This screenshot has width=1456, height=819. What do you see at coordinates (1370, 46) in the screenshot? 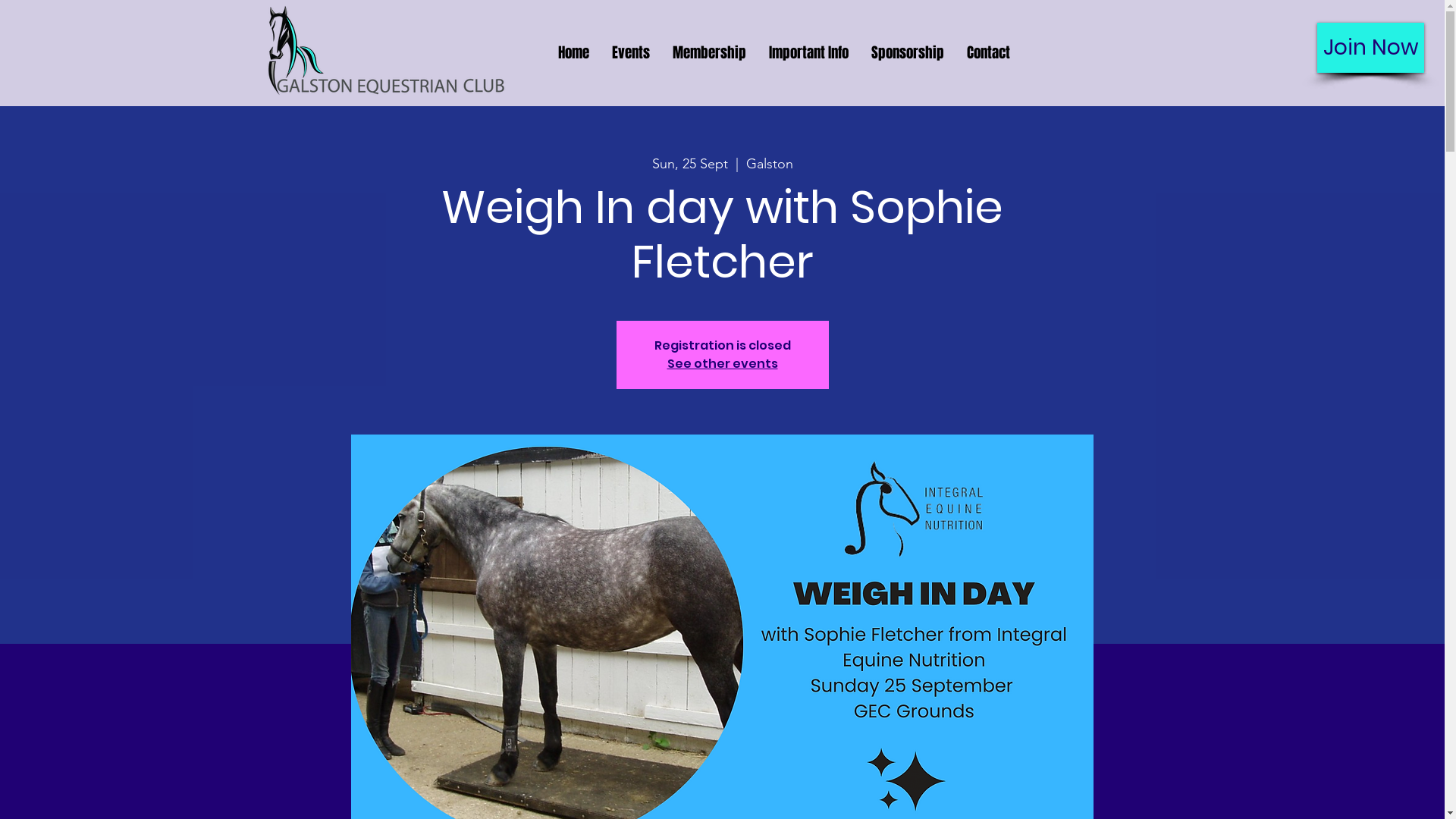
I see `'Join Now'` at bounding box center [1370, 46].